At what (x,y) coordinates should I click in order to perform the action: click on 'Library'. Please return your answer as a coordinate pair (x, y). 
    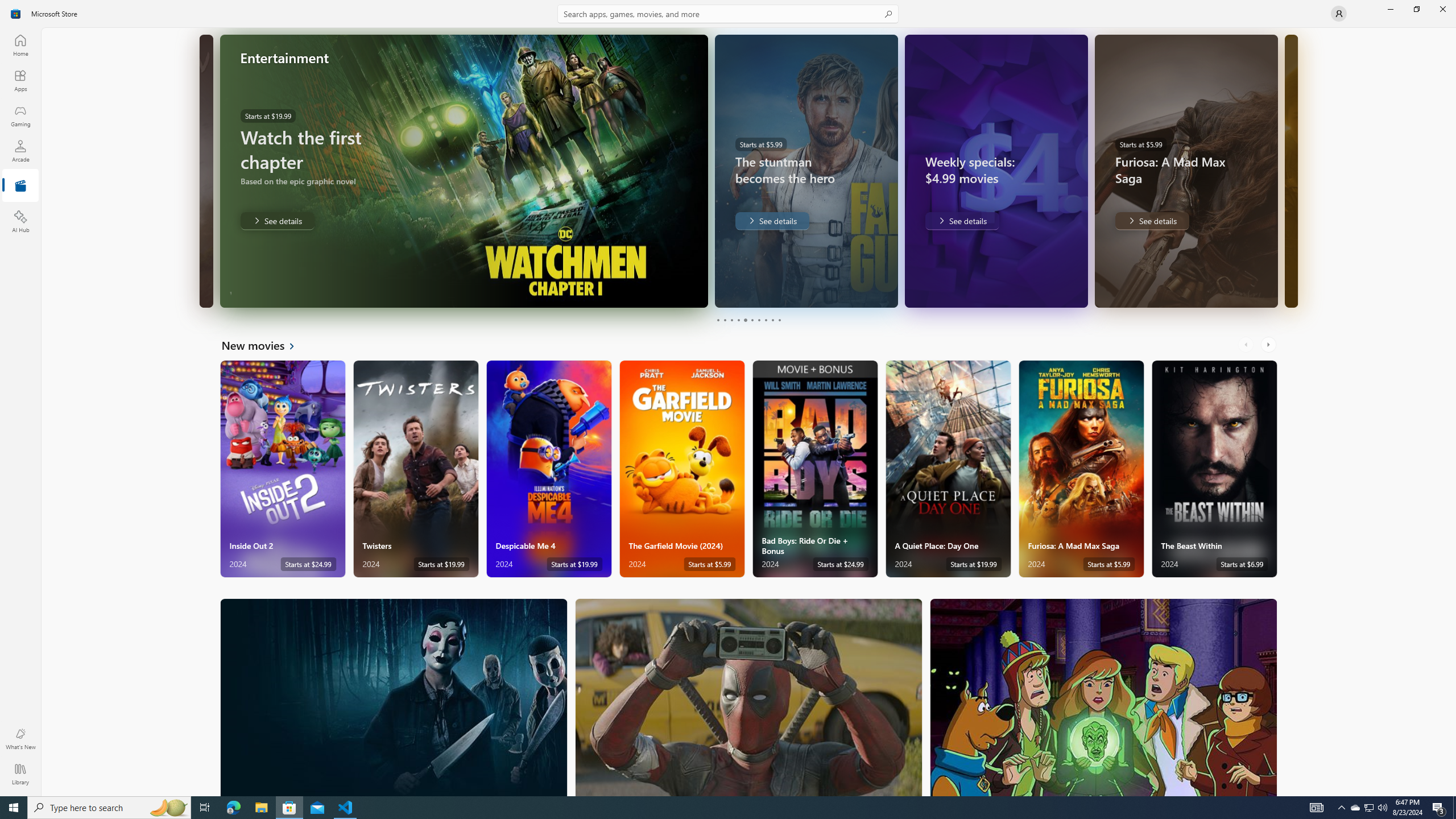
    Looking at the image, I should click on (19, 773).